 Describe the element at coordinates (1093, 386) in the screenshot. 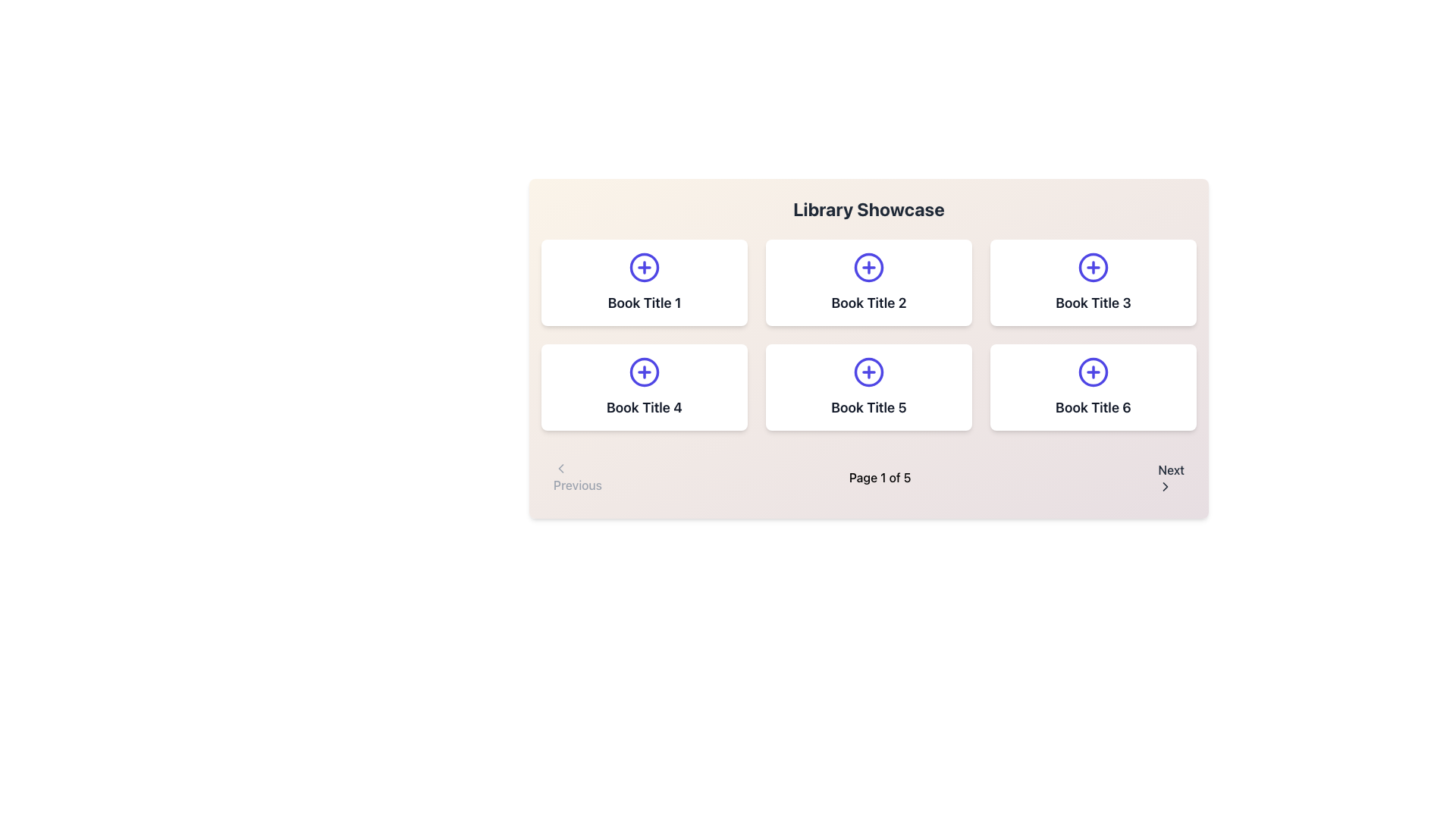

I see `the static card representing 'Book Title 6' located at the bottom-right of a 2-row grid layout` at that location.